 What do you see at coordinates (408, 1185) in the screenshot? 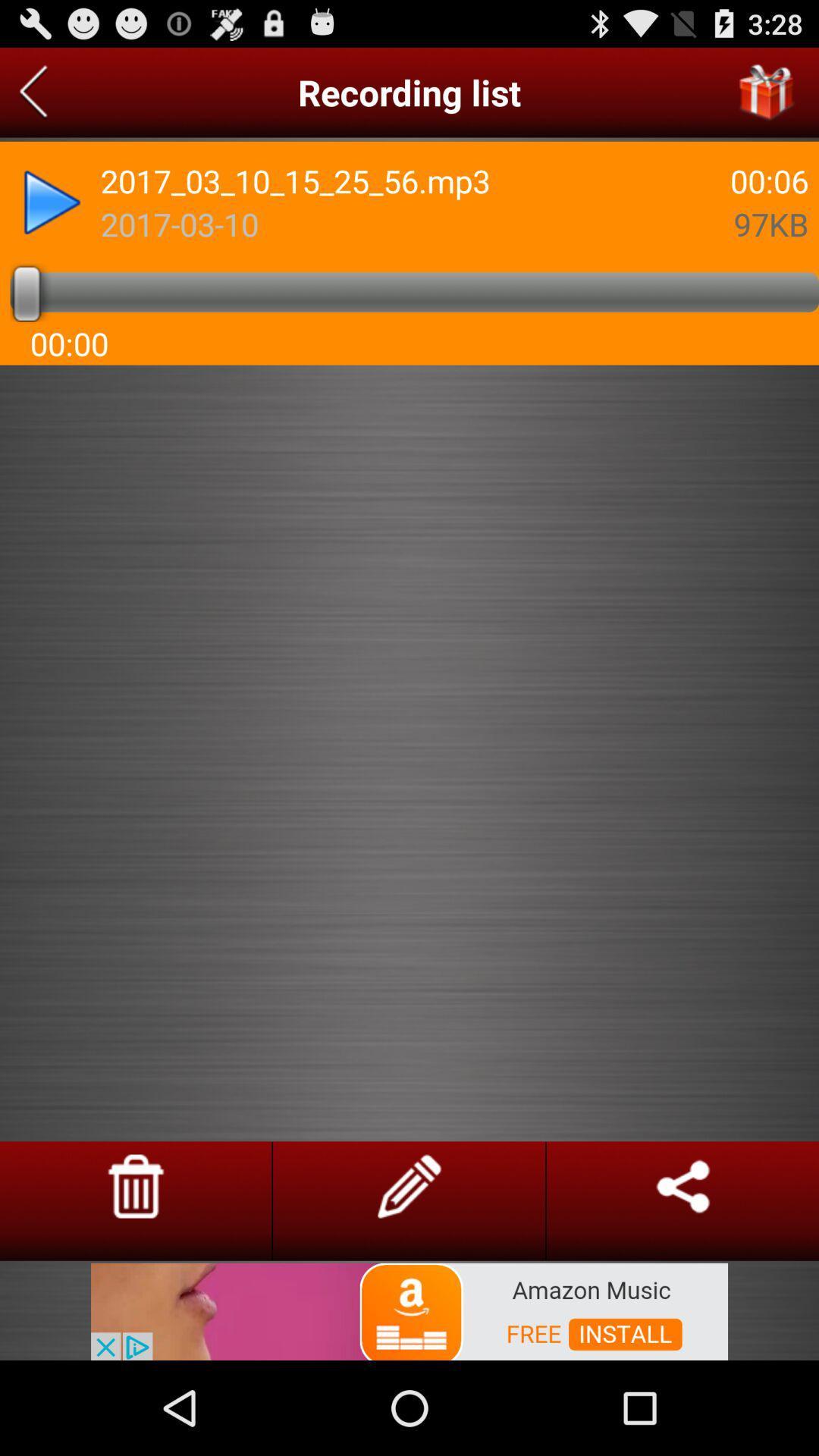
I see `take notes` at bounding box center [408, 1185].